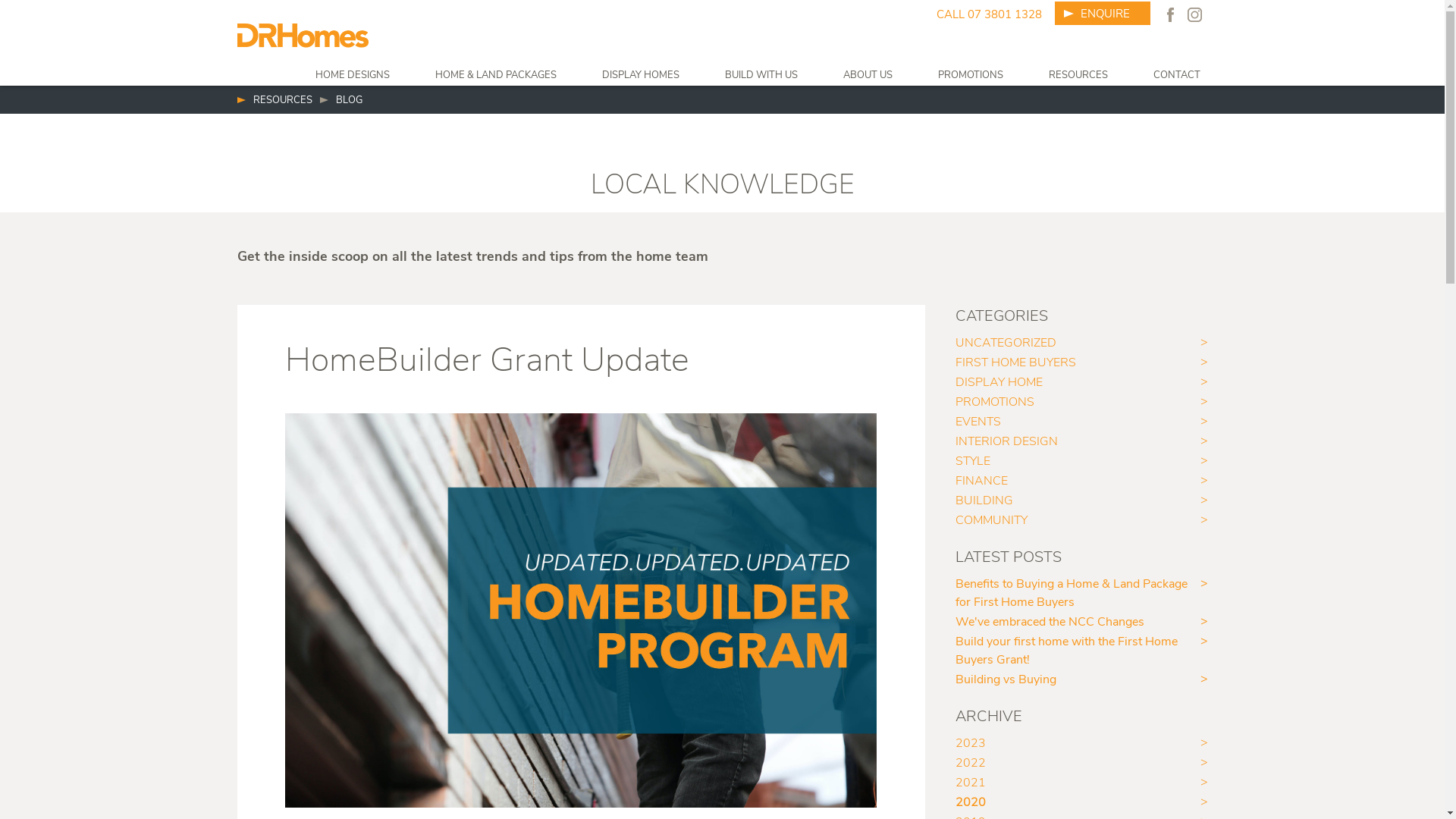 The image size is (1456, 819). I want to click on 'DISPLAY HOMES', so click(640, 76).